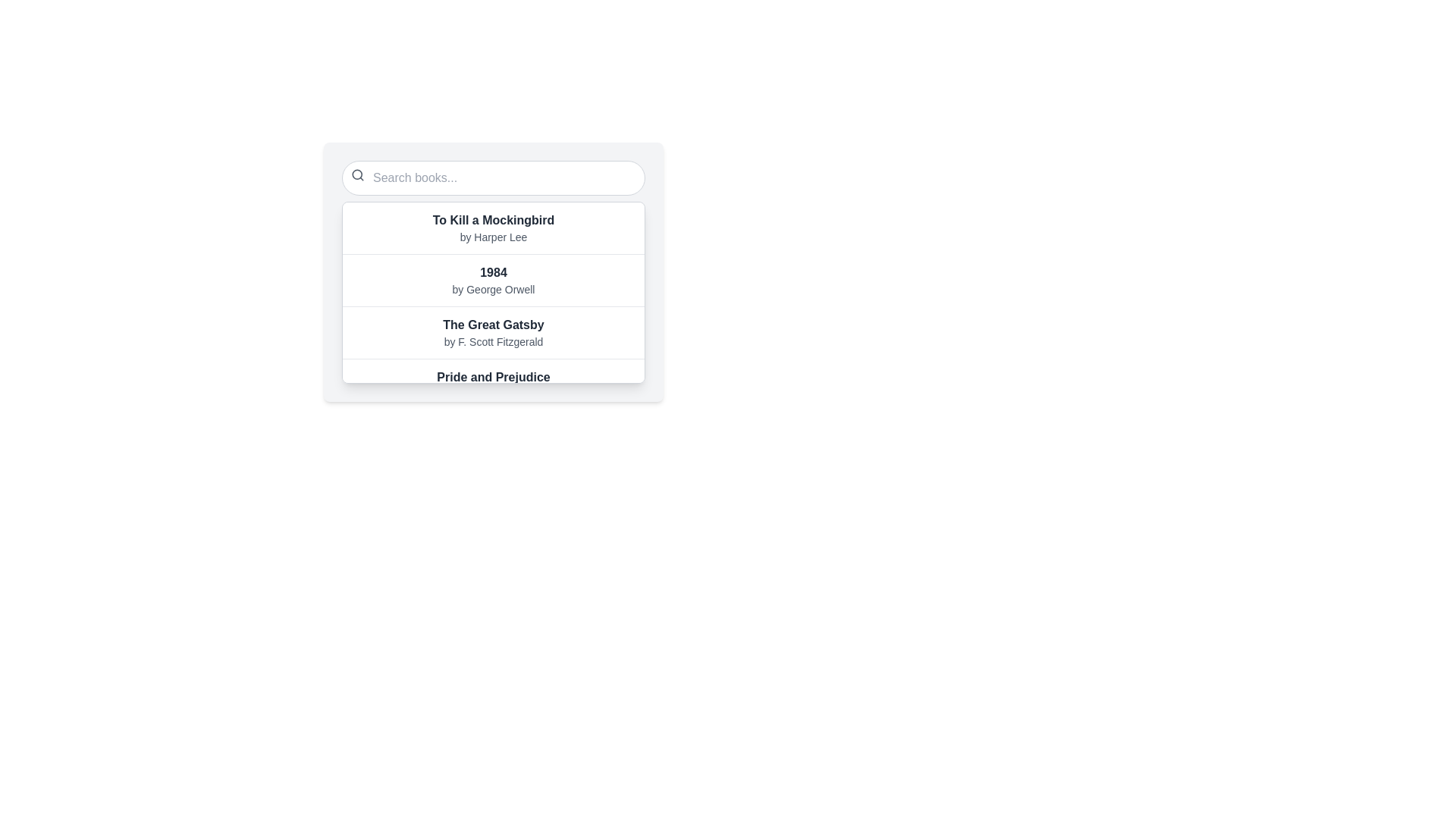 The width and height of the screenshot is (1456, 819). What do you see at coordinates (494, 289) in the screenshot?
I see `the text label displaying 'by George Orwell', which is a smaller, lighter gray font located directly below the title '1984'` at bounding box center [494, 289].